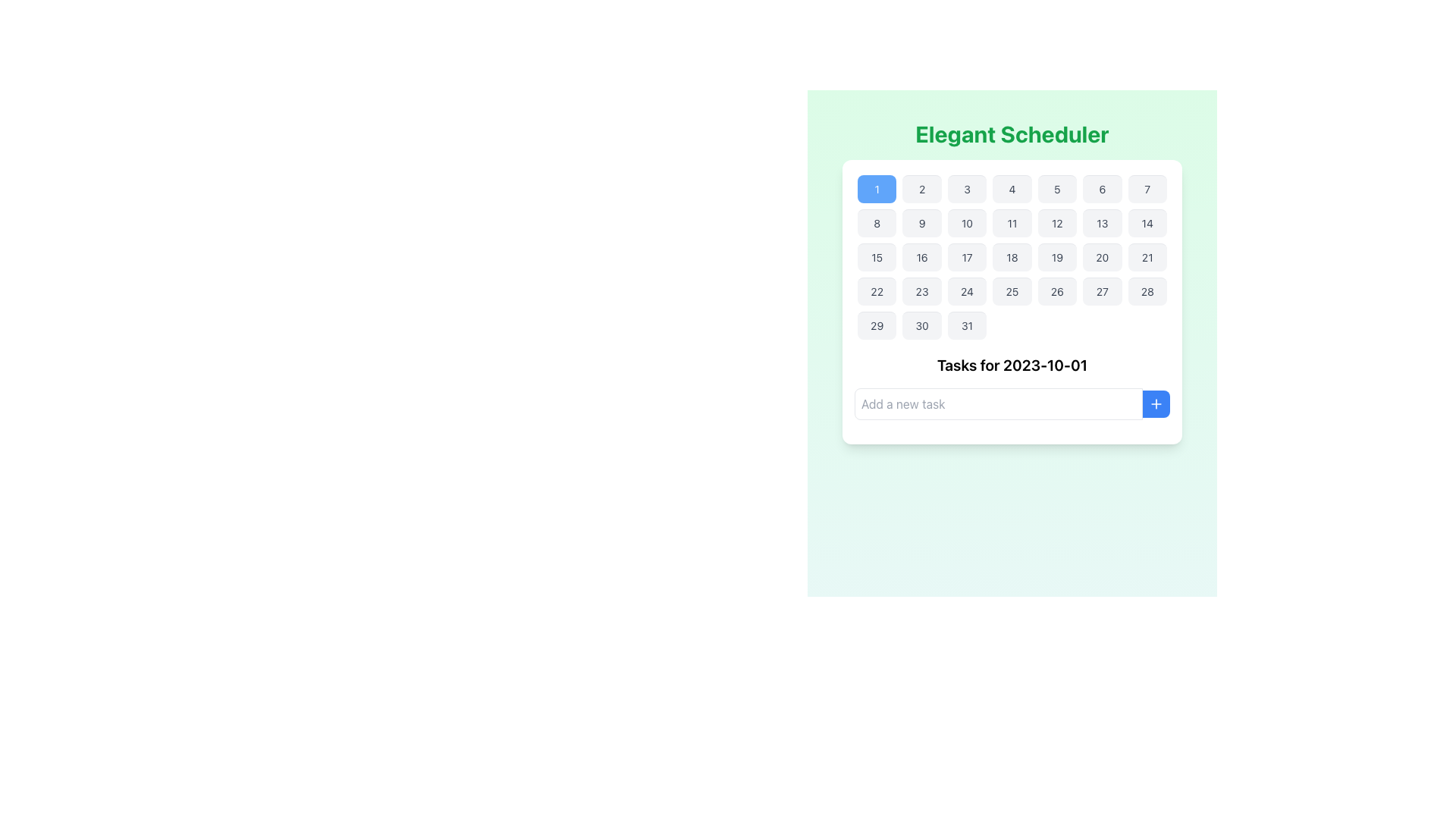 The height and width of the screenshot is (819, 1456). I want to click on the button representing the date '16' in the calendar interface under the header 'Elegant Scheduler', so click(921, 256).